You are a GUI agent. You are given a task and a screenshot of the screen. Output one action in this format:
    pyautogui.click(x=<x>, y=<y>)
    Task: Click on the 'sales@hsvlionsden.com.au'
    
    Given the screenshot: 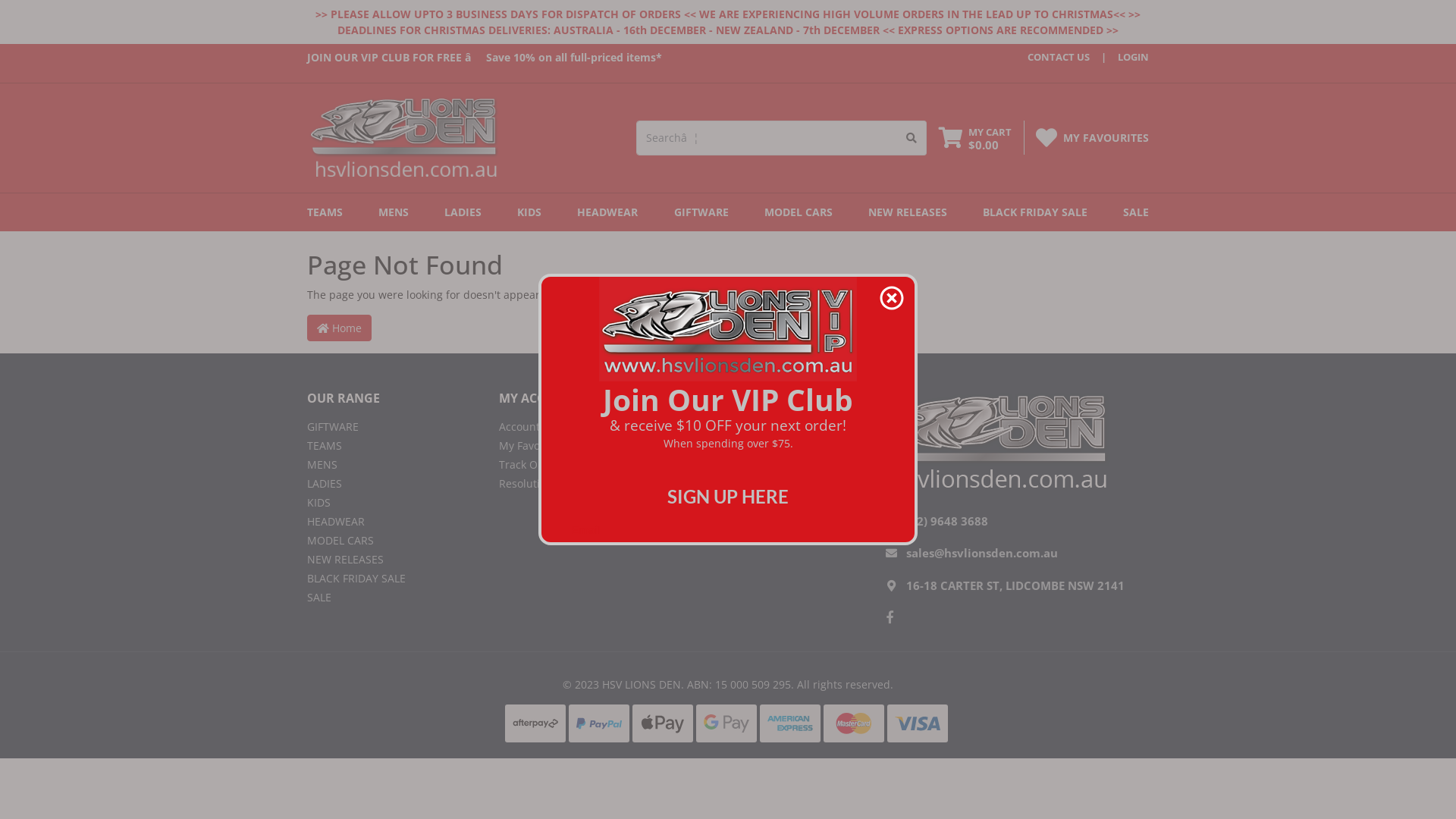 What is the action you would take?
    pyautogui.click(x=982, y=553)
    